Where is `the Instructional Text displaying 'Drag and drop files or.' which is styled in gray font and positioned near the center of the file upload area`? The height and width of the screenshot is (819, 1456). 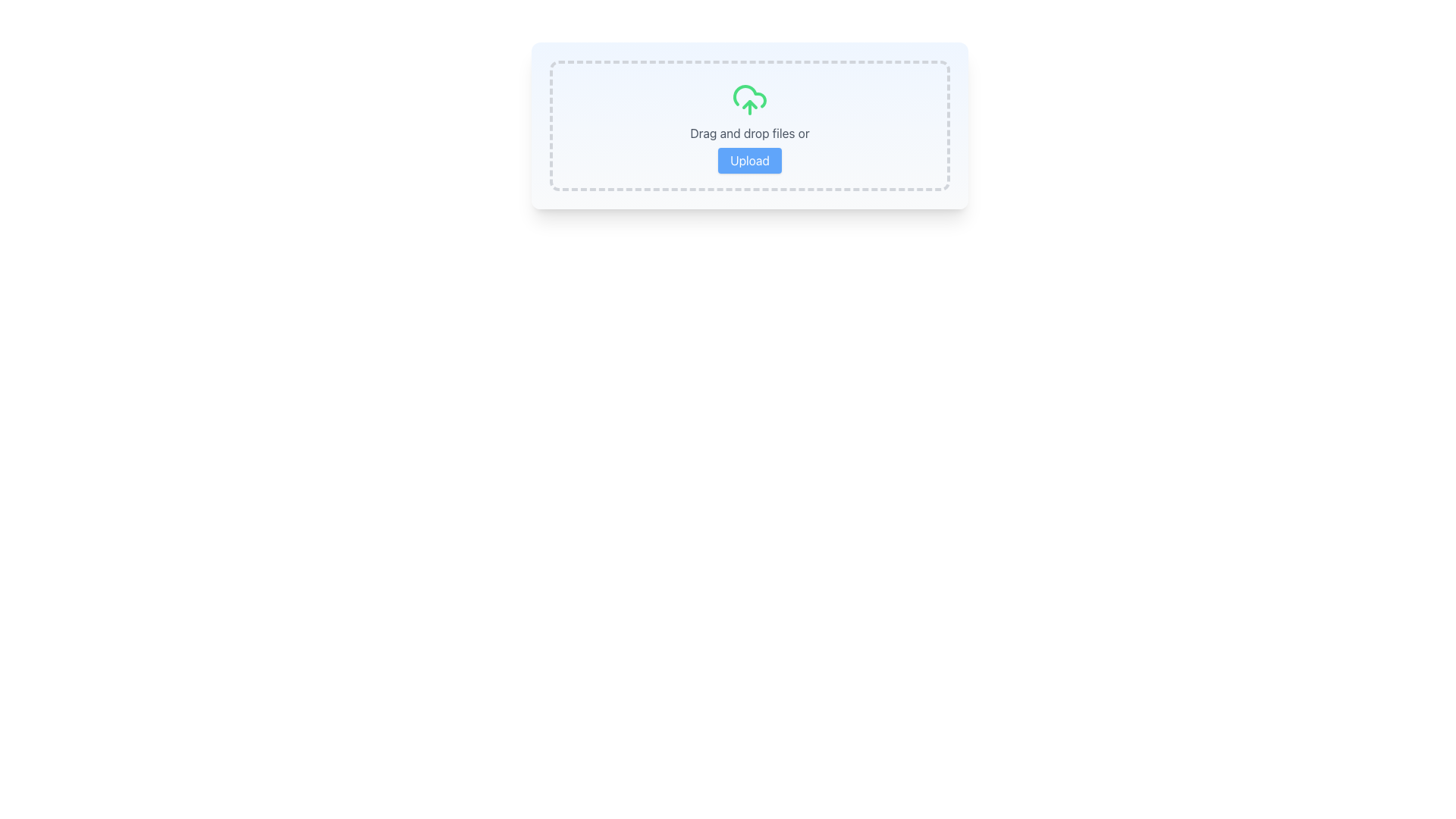 the Instructional Text displaying 'Drag and drop files or.' which is styled in gray font and positioned near the center of the file upload area is located at coordinates (749, 133).